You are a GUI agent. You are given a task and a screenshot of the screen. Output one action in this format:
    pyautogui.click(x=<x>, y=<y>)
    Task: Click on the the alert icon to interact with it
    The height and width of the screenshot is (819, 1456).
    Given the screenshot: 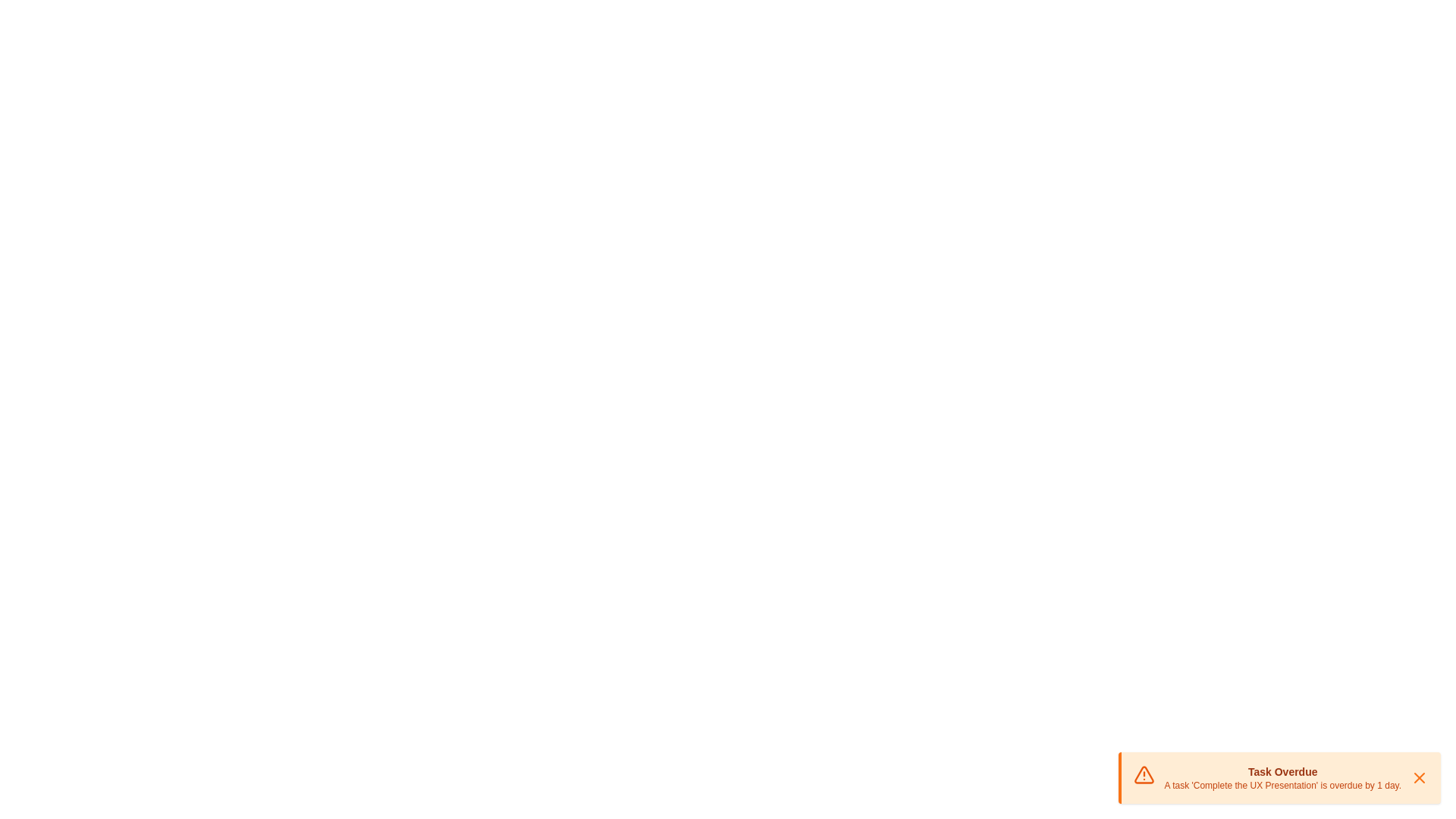 What is the action you would take?
    pyautogui.click(x=1144, y=775)
    